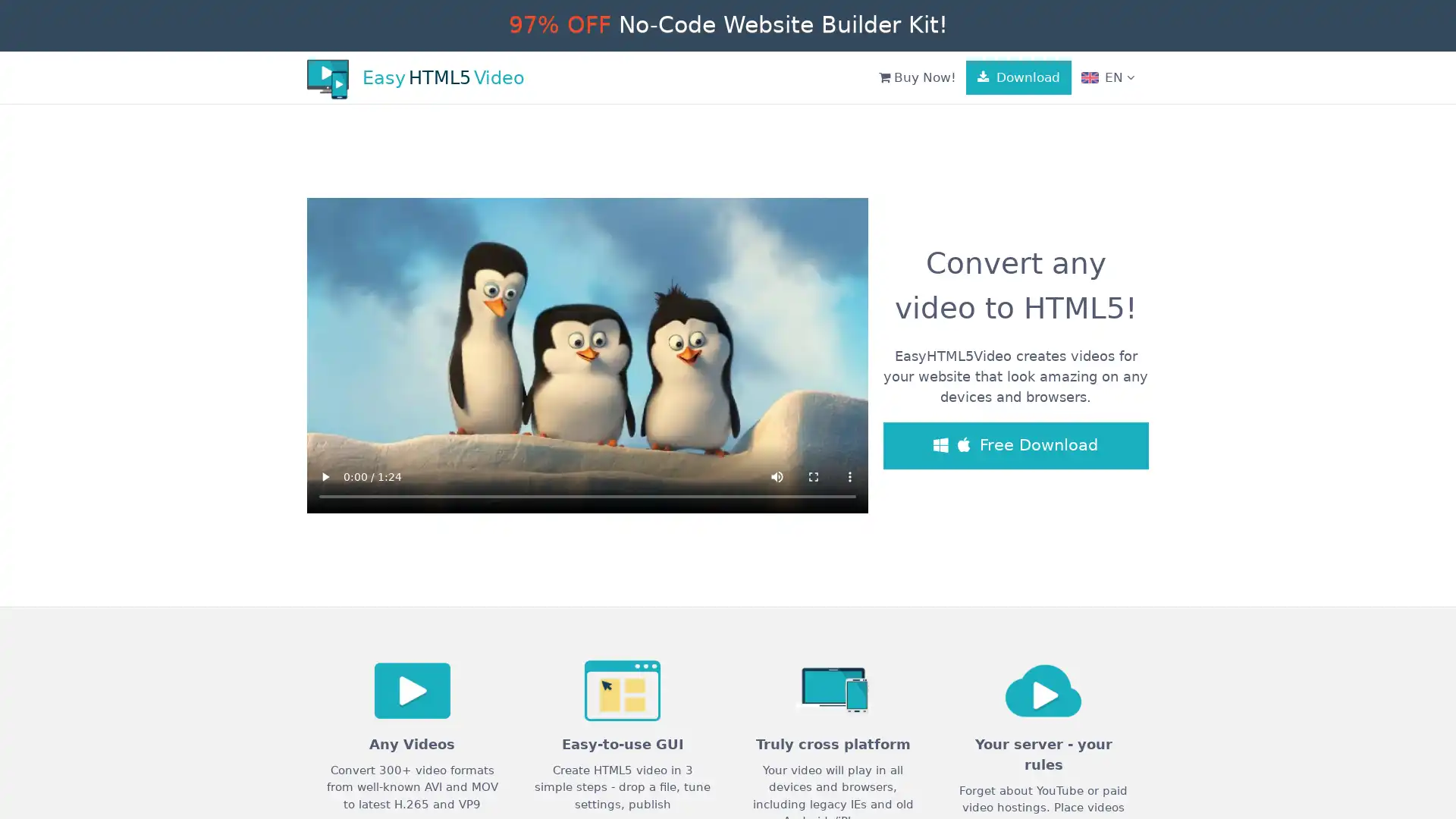 The height and width of the screenshot is (819, 1456). I want to click on show more media controls, so click(850, 475).